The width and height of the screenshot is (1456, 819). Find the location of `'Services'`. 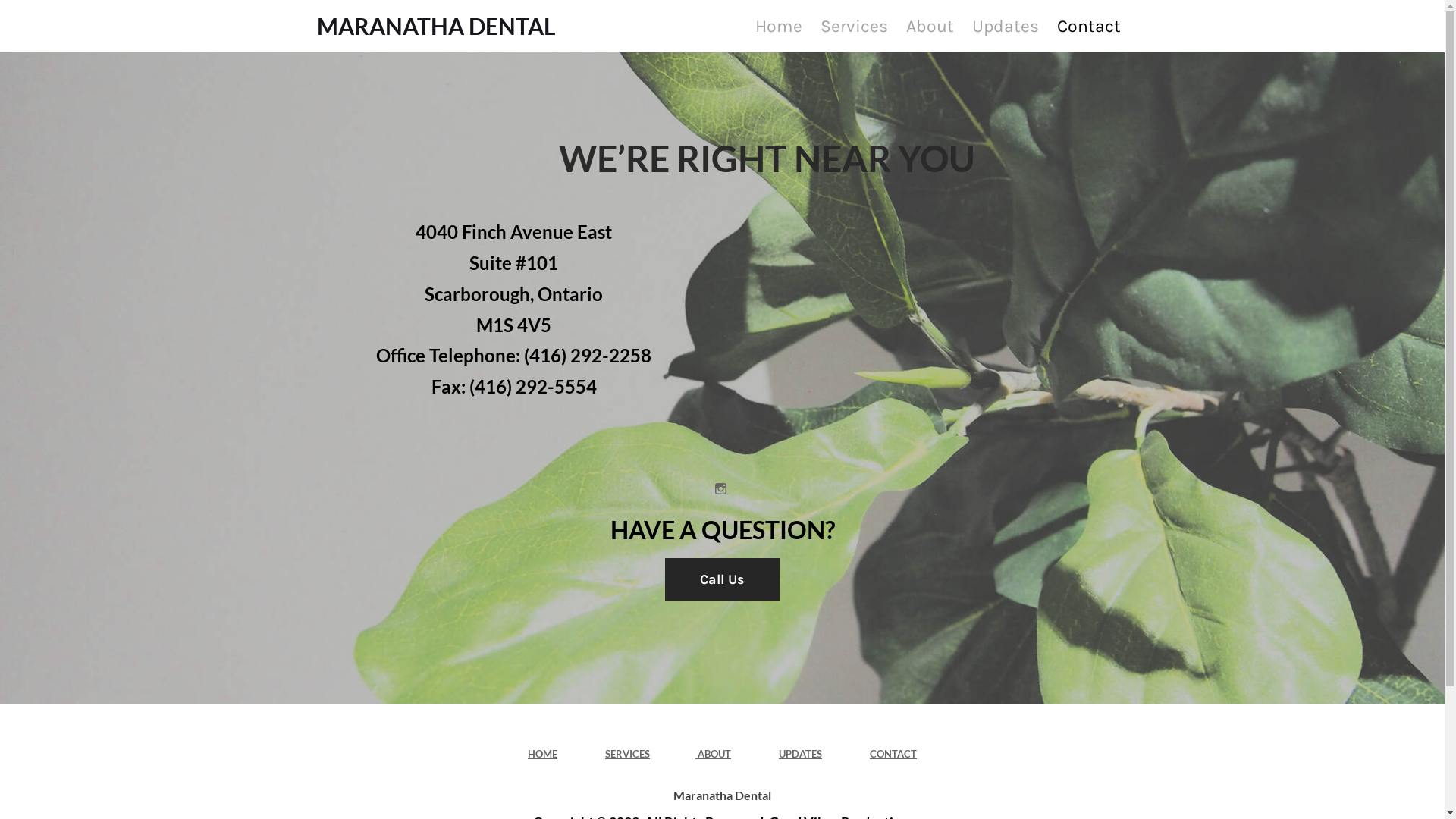

'Services' is located at coordinates (853, 26).